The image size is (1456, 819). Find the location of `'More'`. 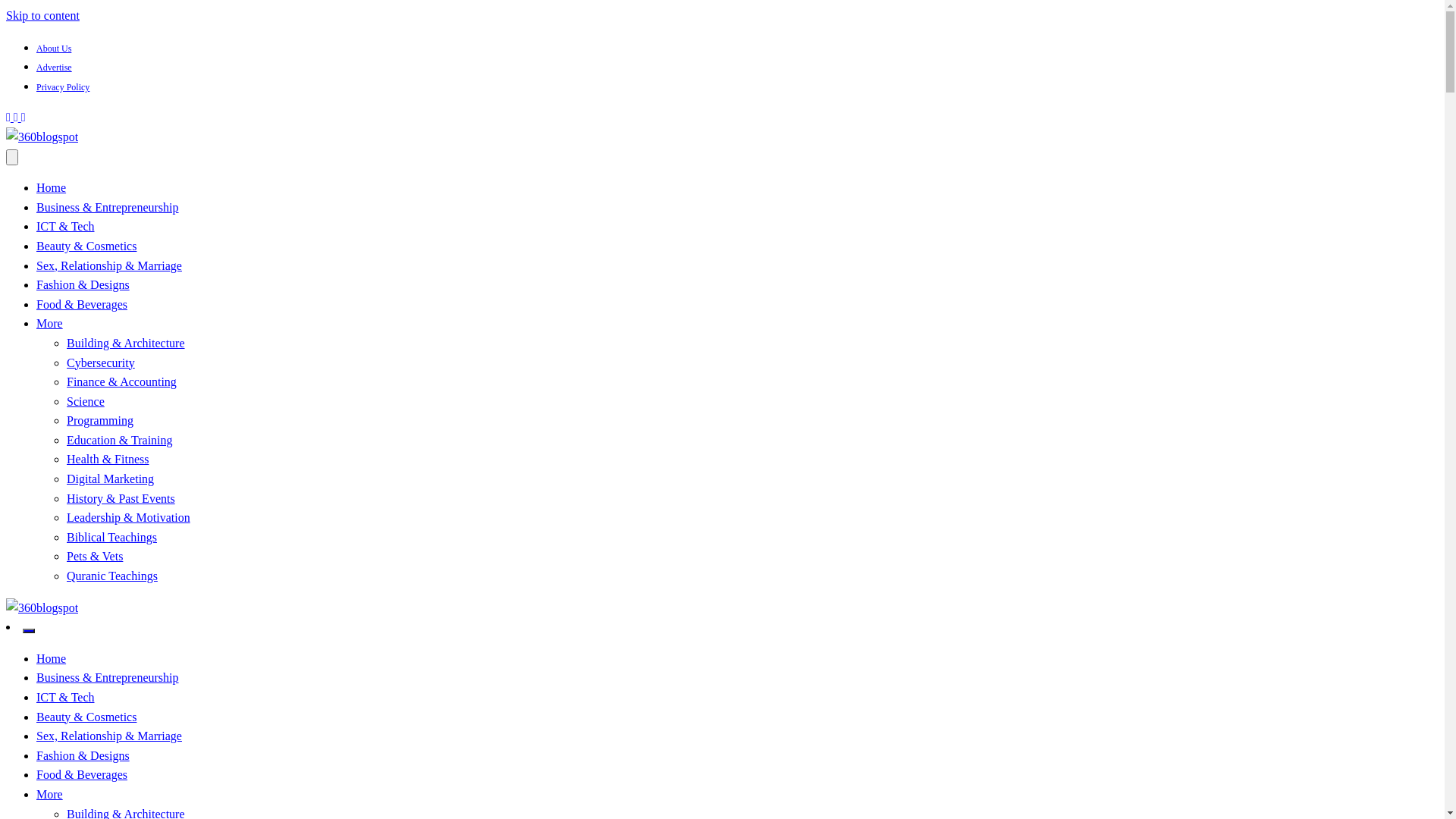

'More' is located at coordinates (49, 322).